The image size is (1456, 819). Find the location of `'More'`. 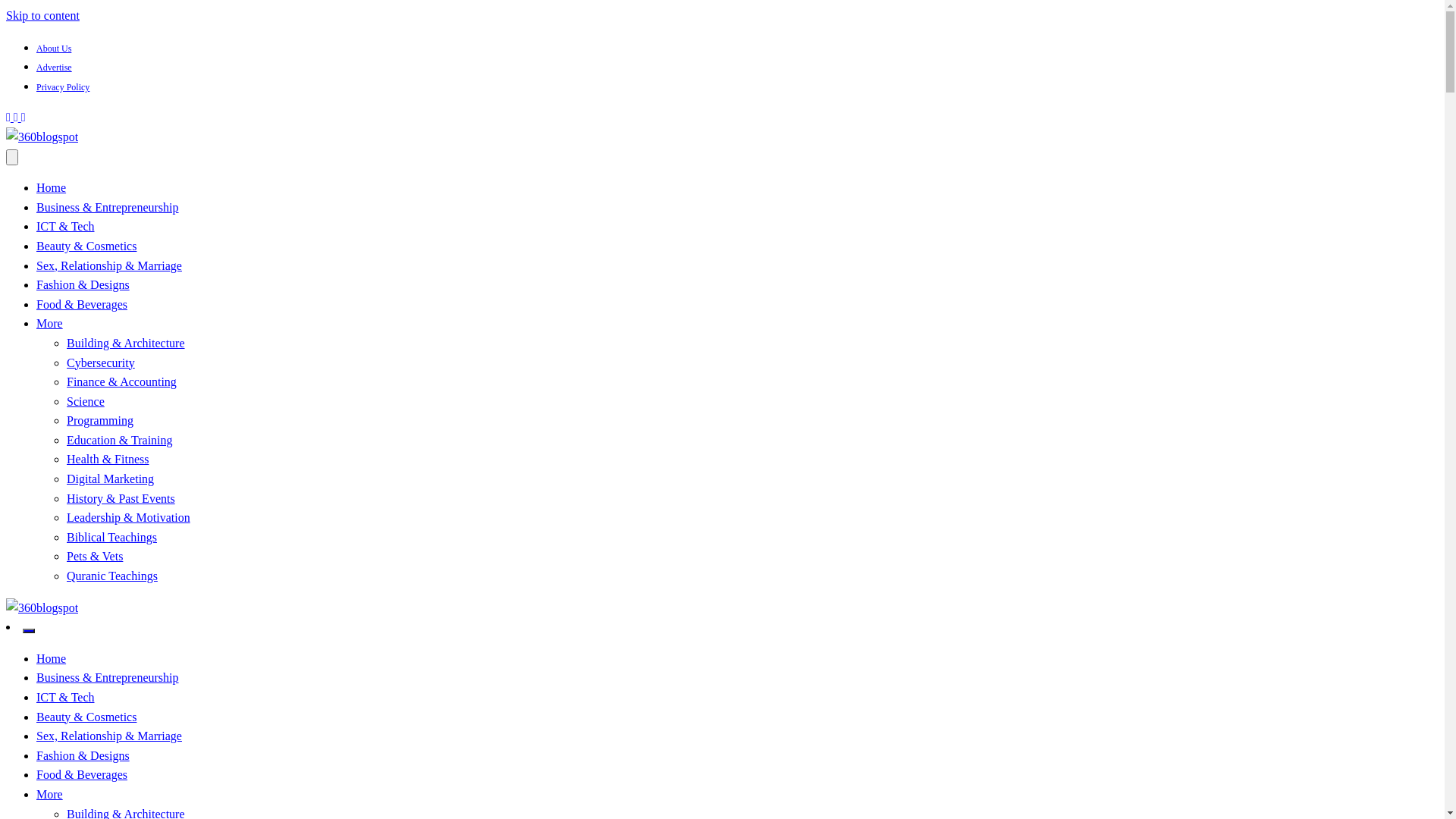

'More' is located at coordinates (49, 322).